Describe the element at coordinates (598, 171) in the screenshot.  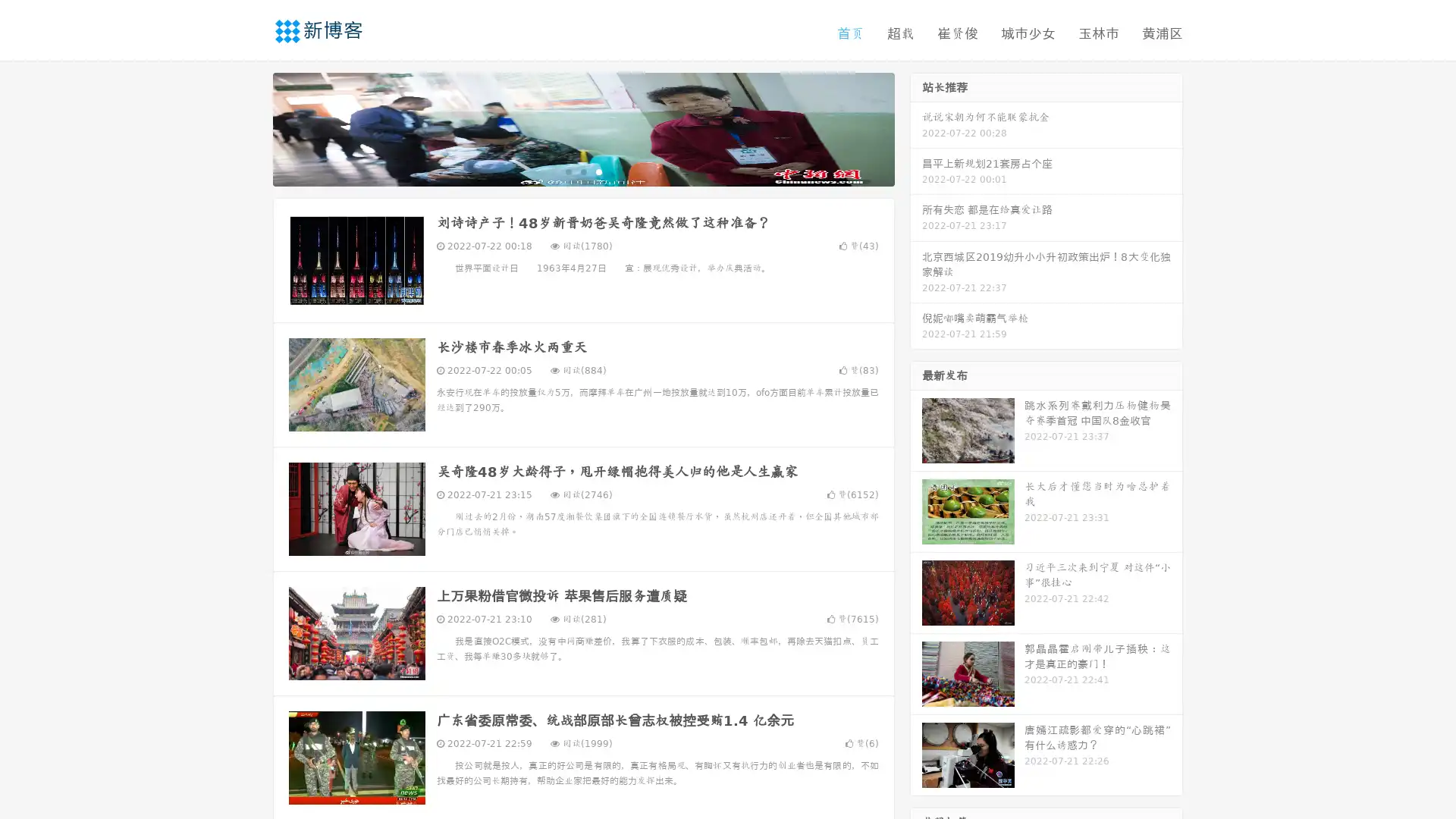
I see `Go to slide 3` at that location.